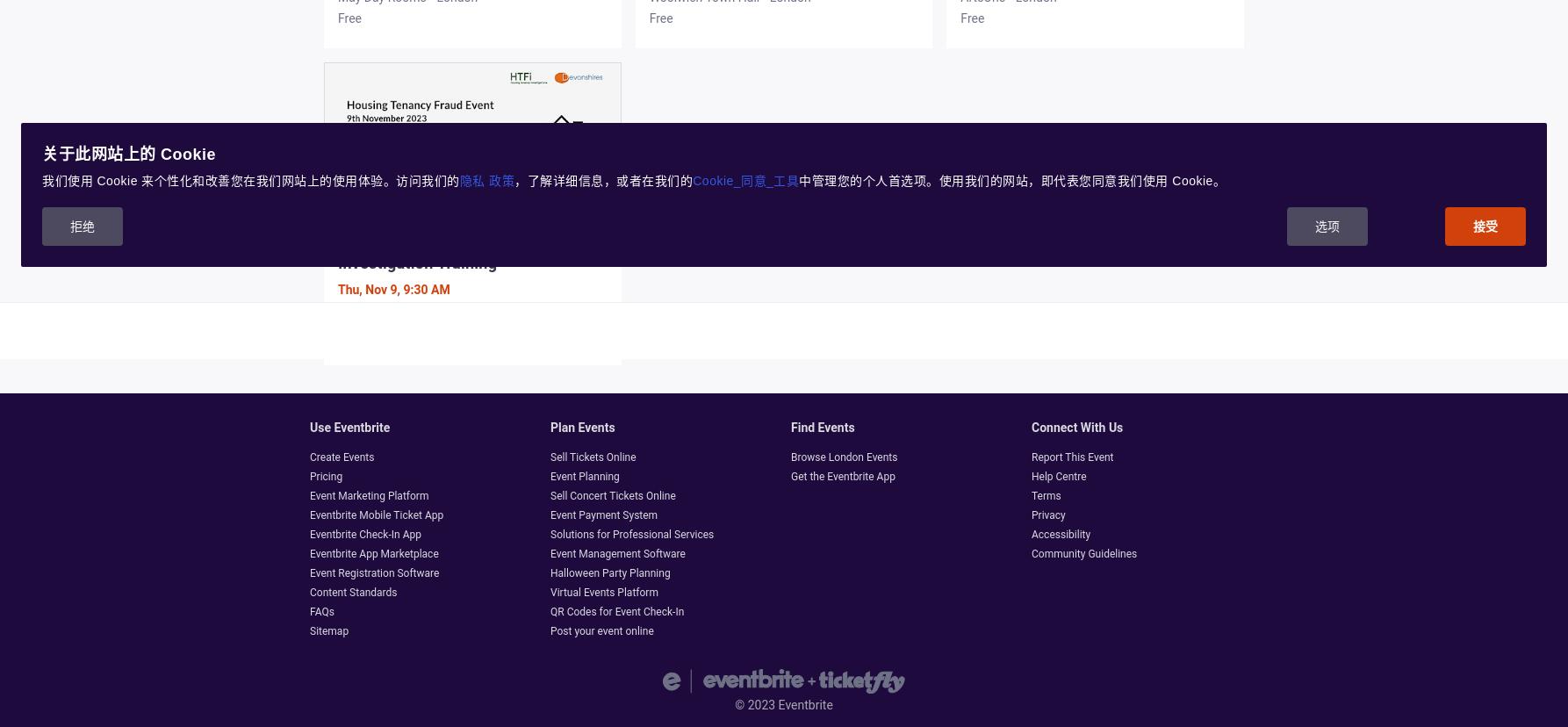 This screenshot has width=1568, height=727. I want to click on 'Eventbrite App Marketplace', so click(373, 554).